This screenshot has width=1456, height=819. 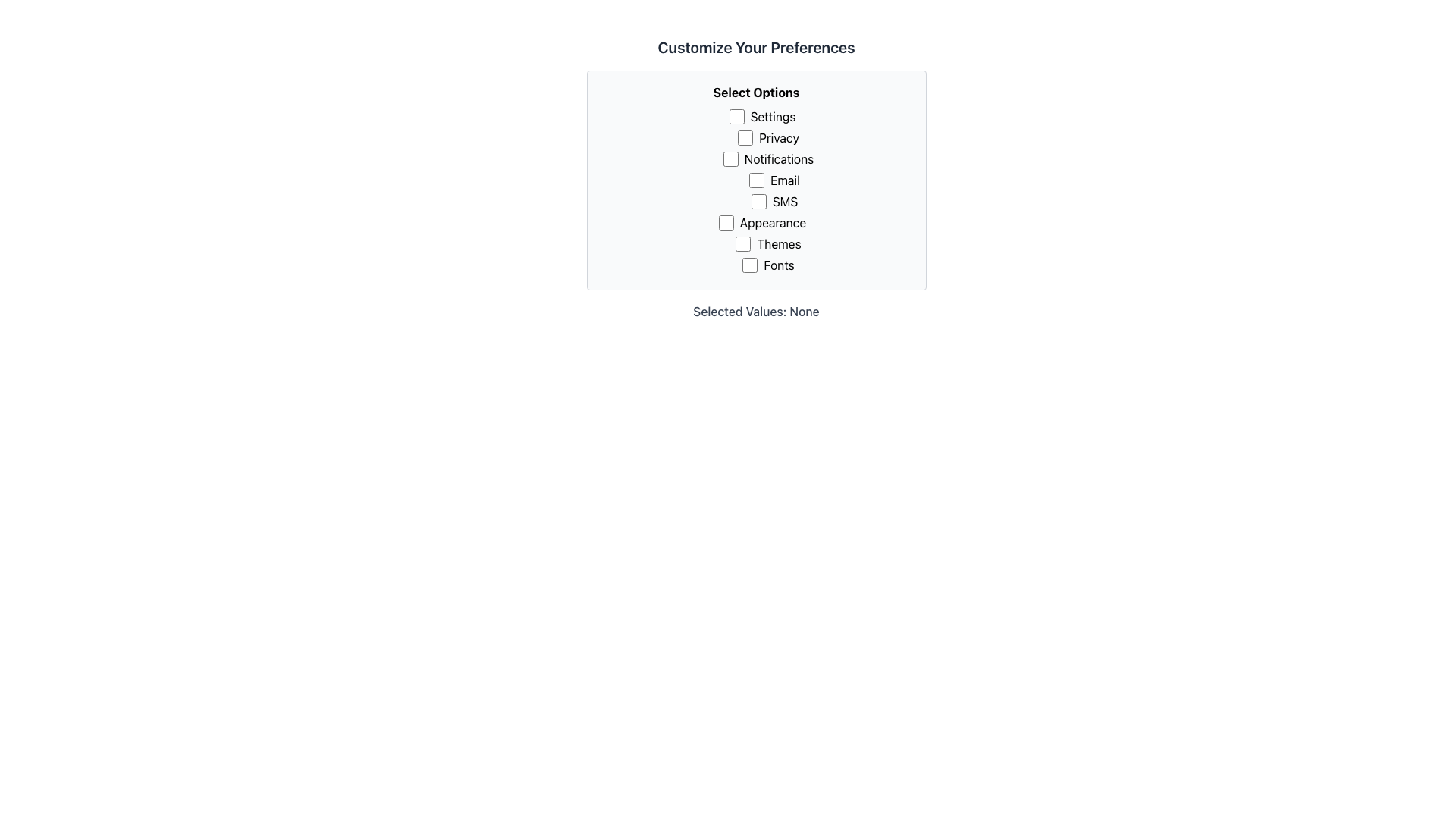 What do you see at coordinates (758, 201) in the screenshot?
I see `the 'SMS' notification preference checkbox` at bounding box center [758, 201].